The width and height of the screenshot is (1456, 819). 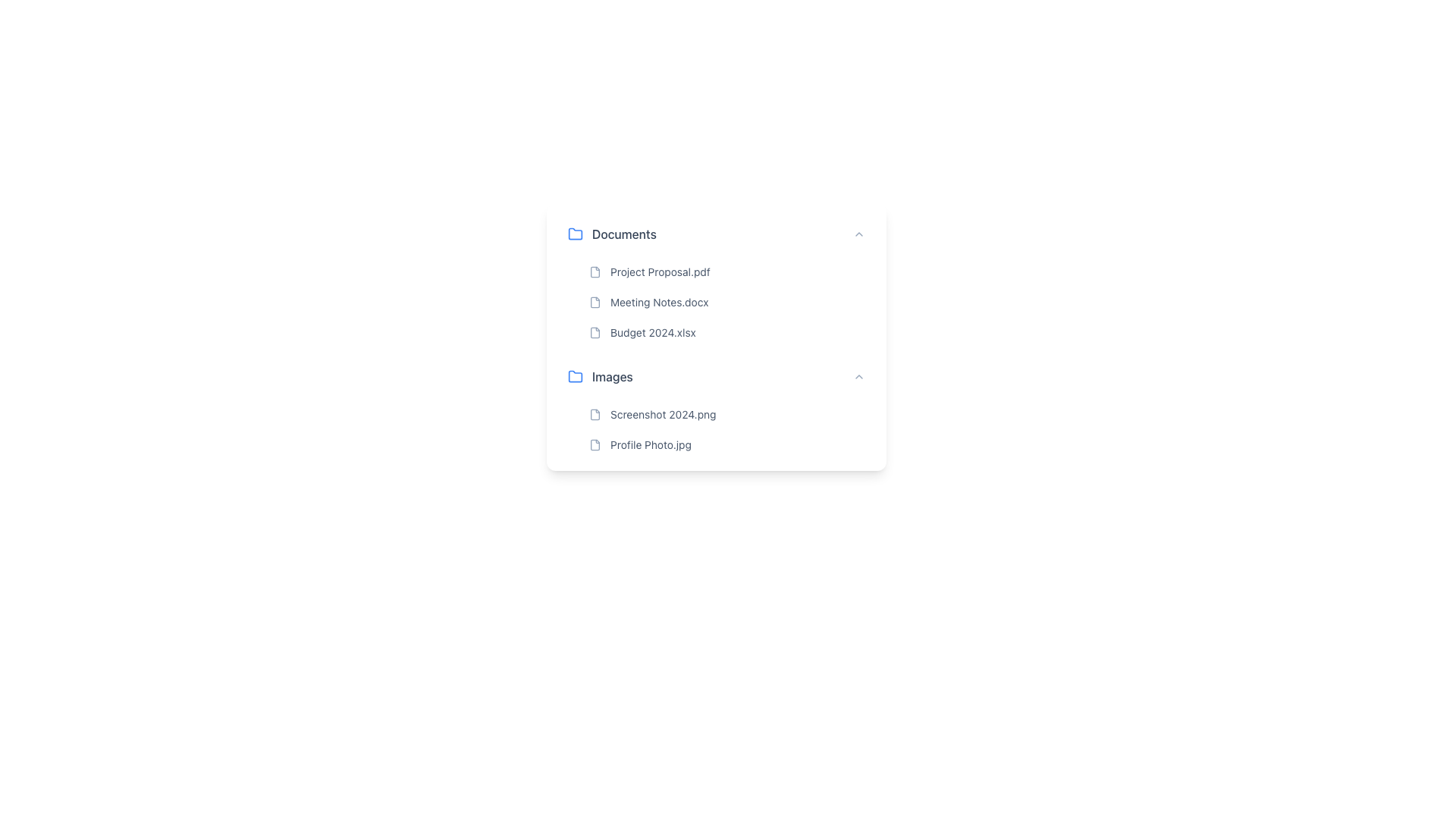 I want to click on the file entry named 'Screenshot 2024.png', so click(x=716, y=408).